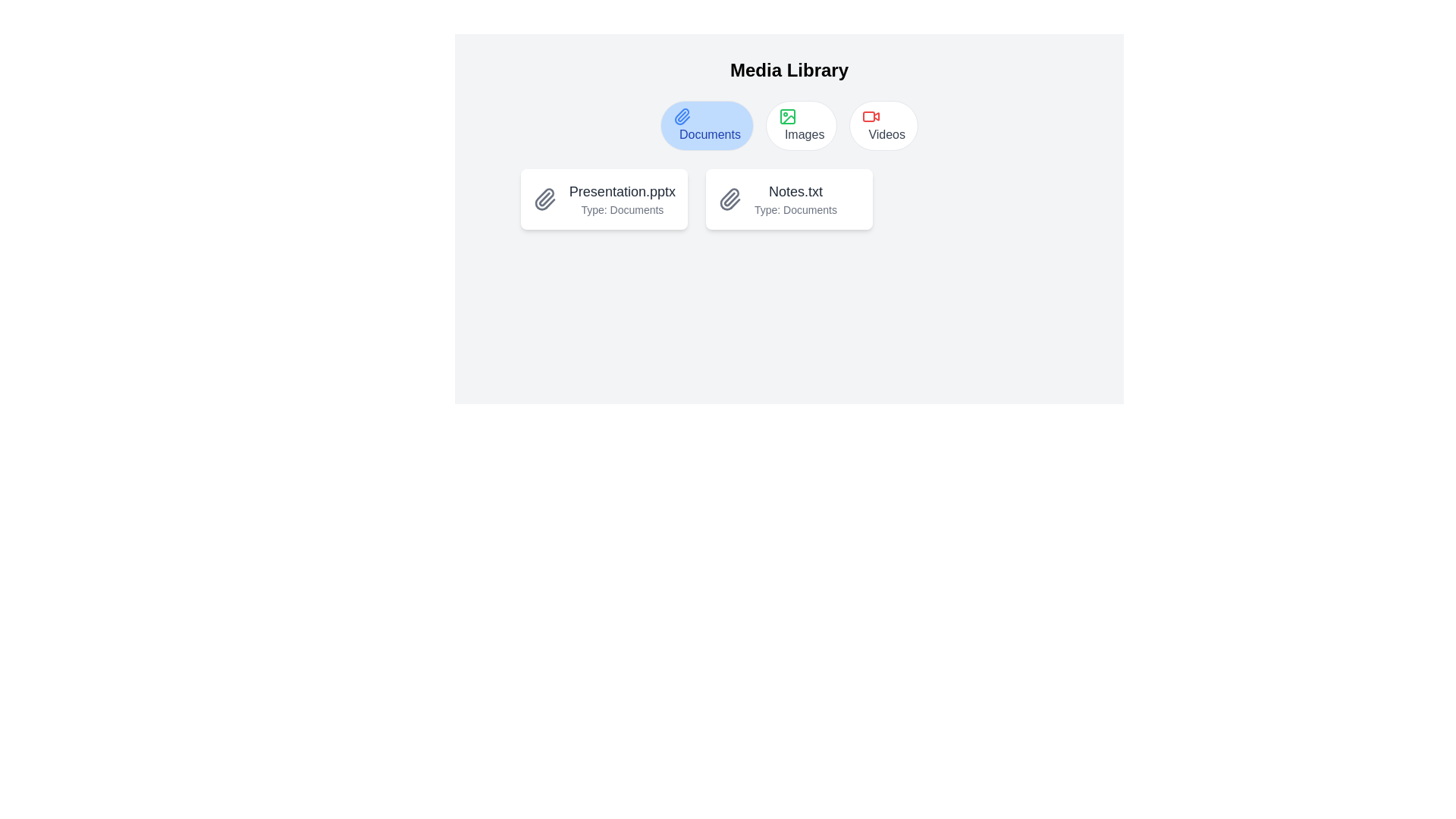 This screenshot has width=1456, height=819. What do you see at coordinates (544, 198) in the screenshot?
I see `the paperclip icon representing the 'Documents' section in the Media Library interface, which is located to the left of the 'Presentation.pptx' label` at bounding box center [544, 198].